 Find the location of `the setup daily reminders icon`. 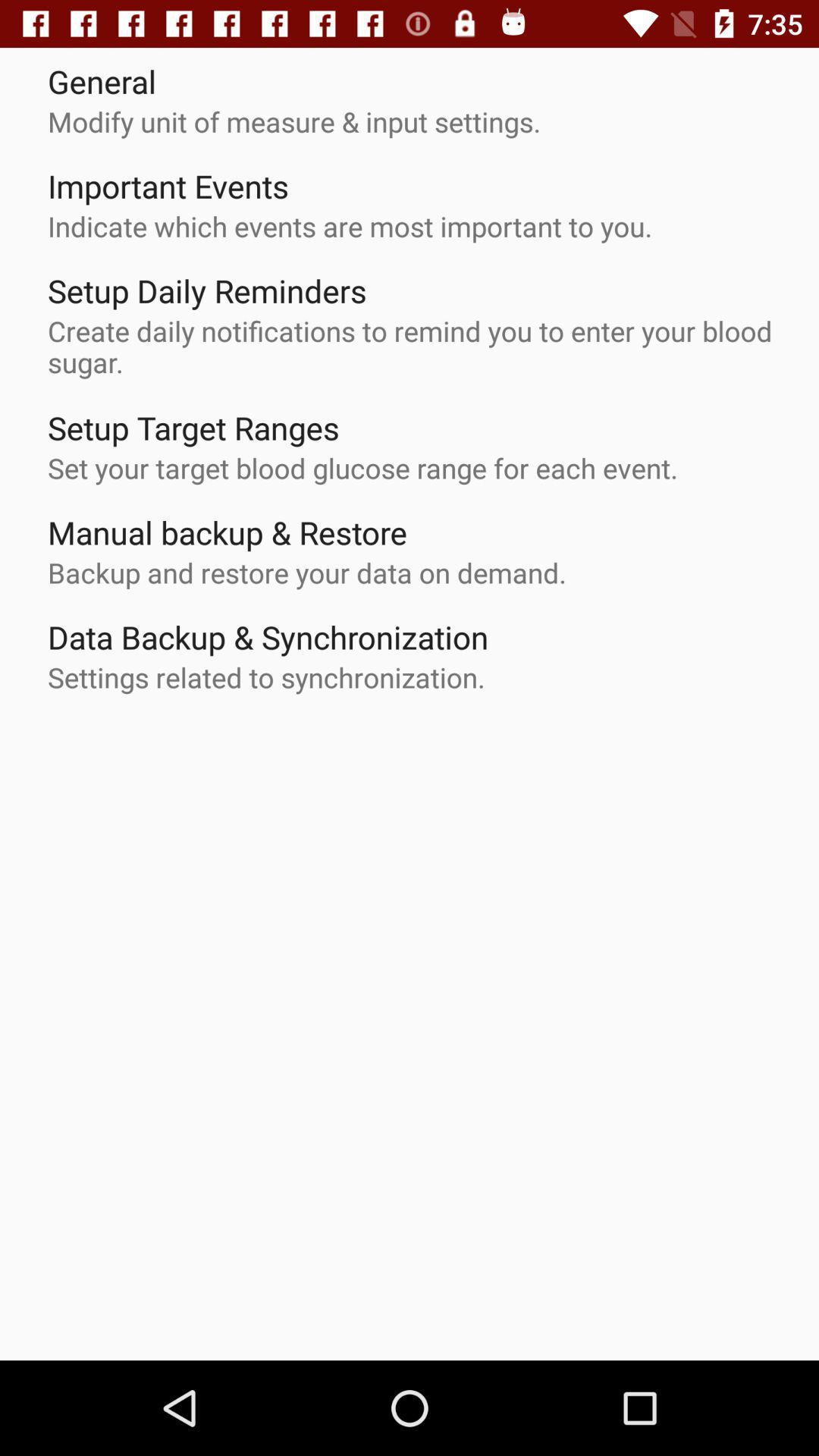

the setup daily reminders icon is located at coordinates (207, 290).